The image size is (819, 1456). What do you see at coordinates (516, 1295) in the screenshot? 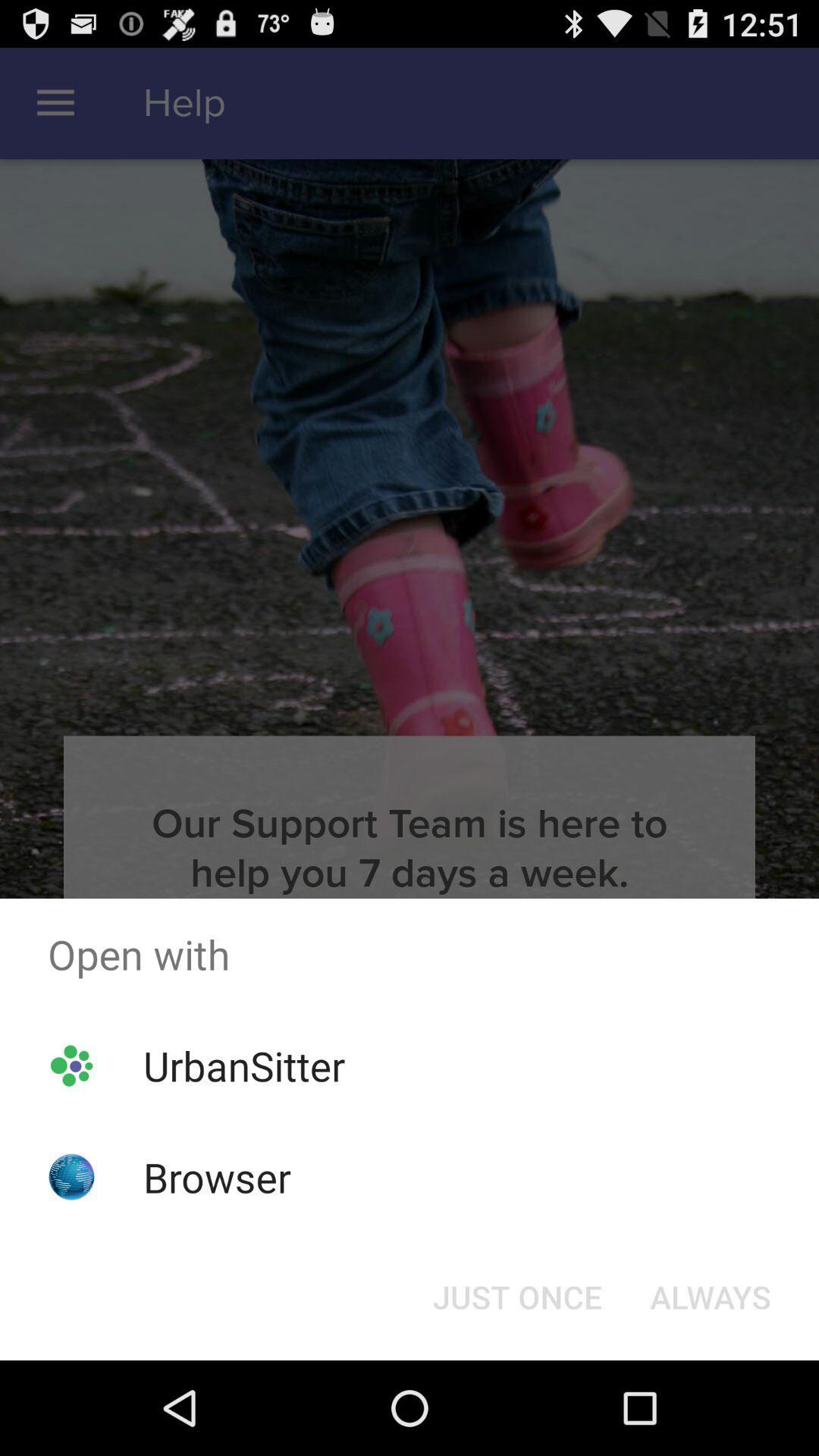
I see `just once icon` at bounding box center [516, 1295].